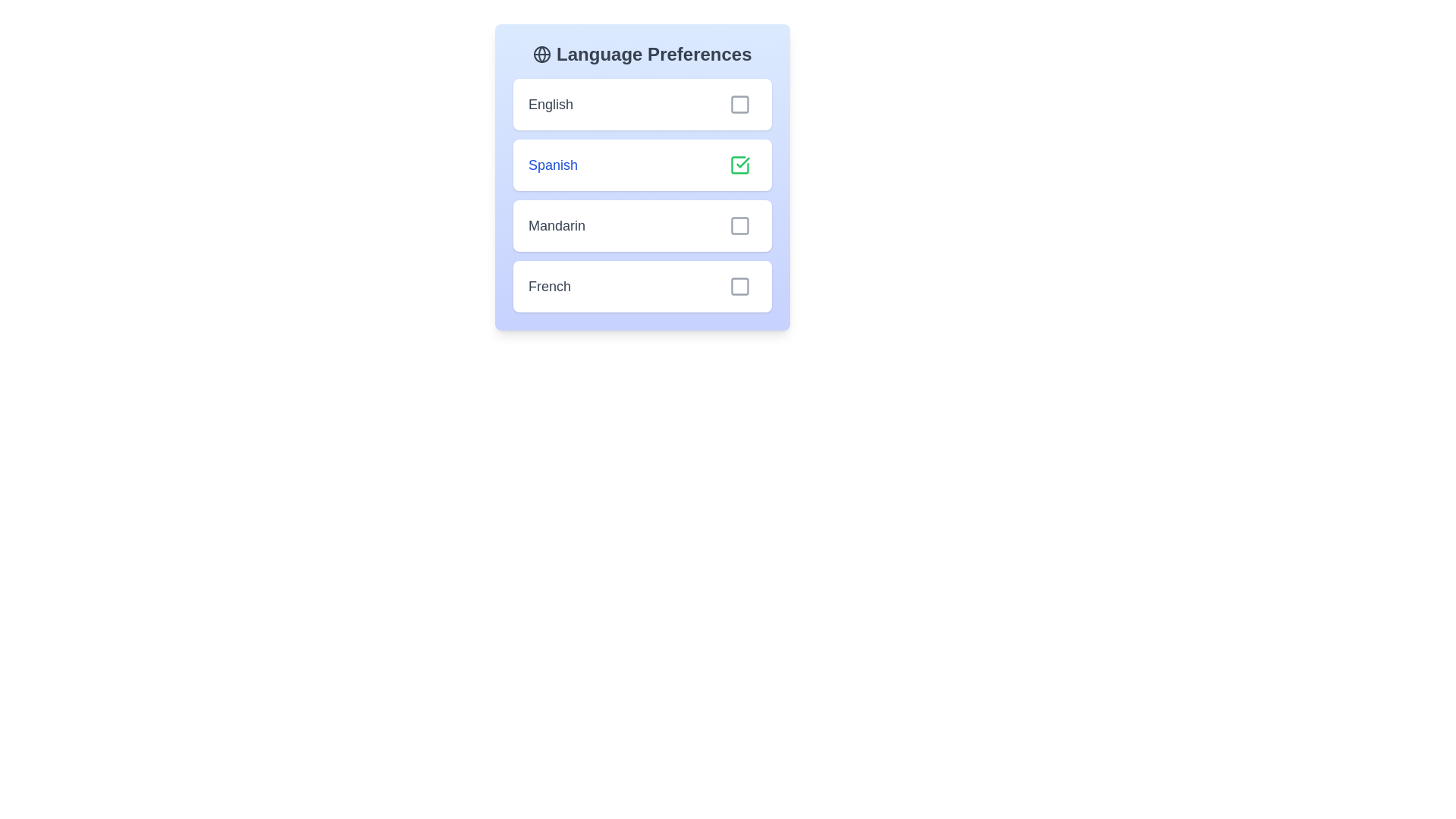  What do you see at coordinates (739, 287) in the screenshot?
I see `the checkbox indicator for the 'French' option in the Language Preferences section` at bounding box center [739, 287].